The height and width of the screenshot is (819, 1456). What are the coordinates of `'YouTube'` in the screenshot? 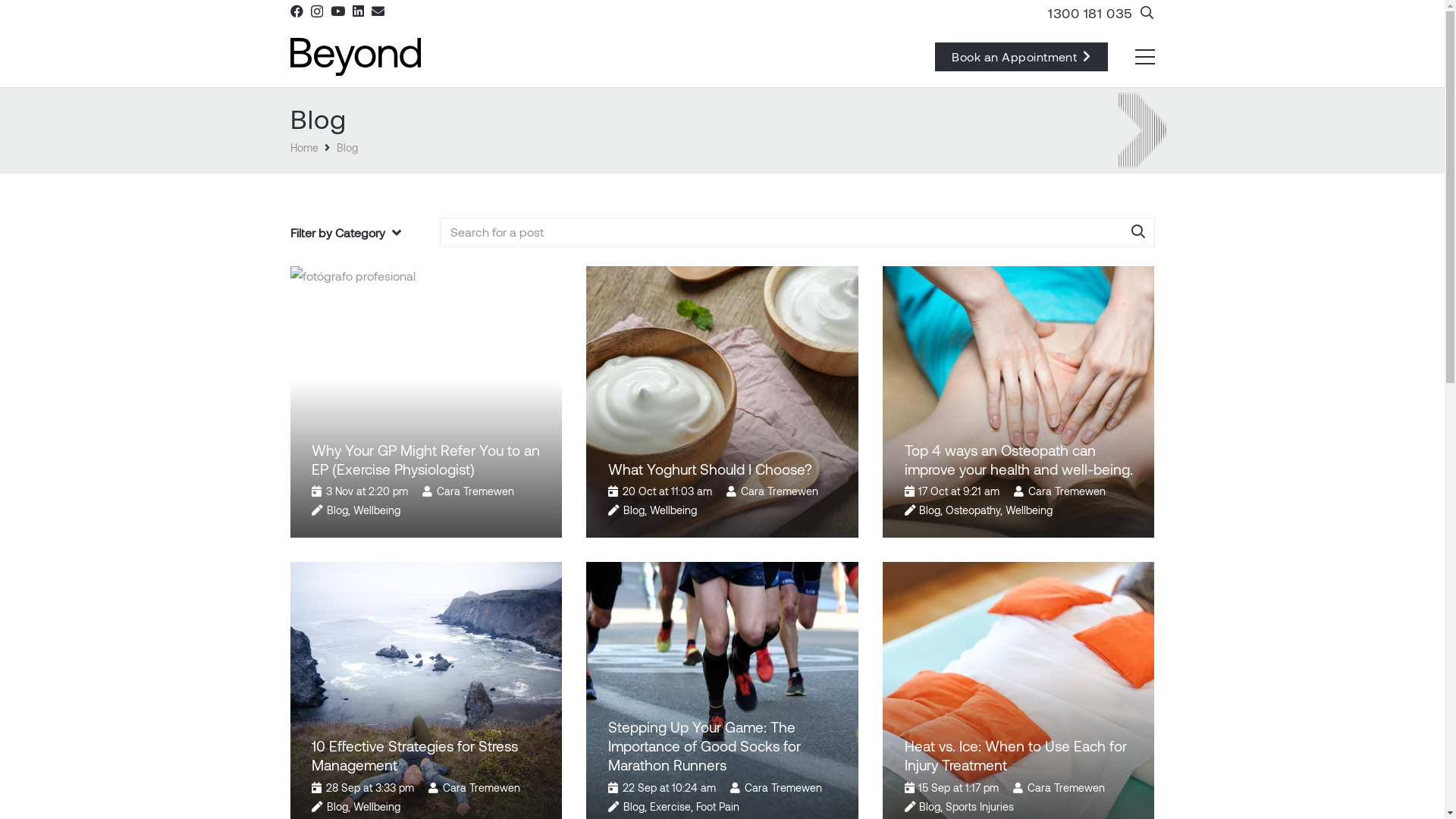 It's located at (330, 11).